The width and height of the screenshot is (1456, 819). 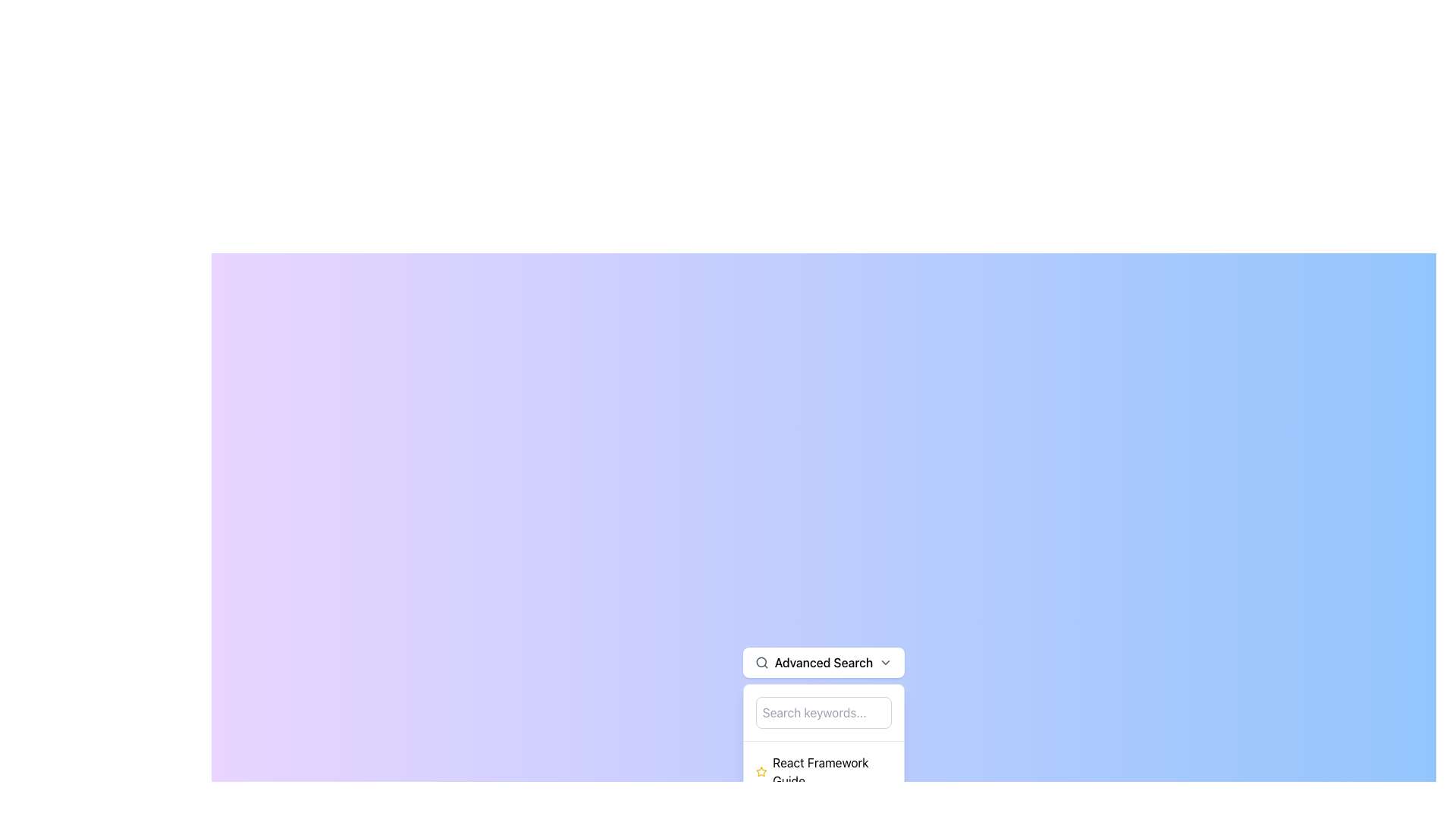 What do you see at coordinates (886, 662) in the screenshot?
I see `the chevron icon at the far-right end of the 'Advanced Search' button` at bounding box center [886, 662].